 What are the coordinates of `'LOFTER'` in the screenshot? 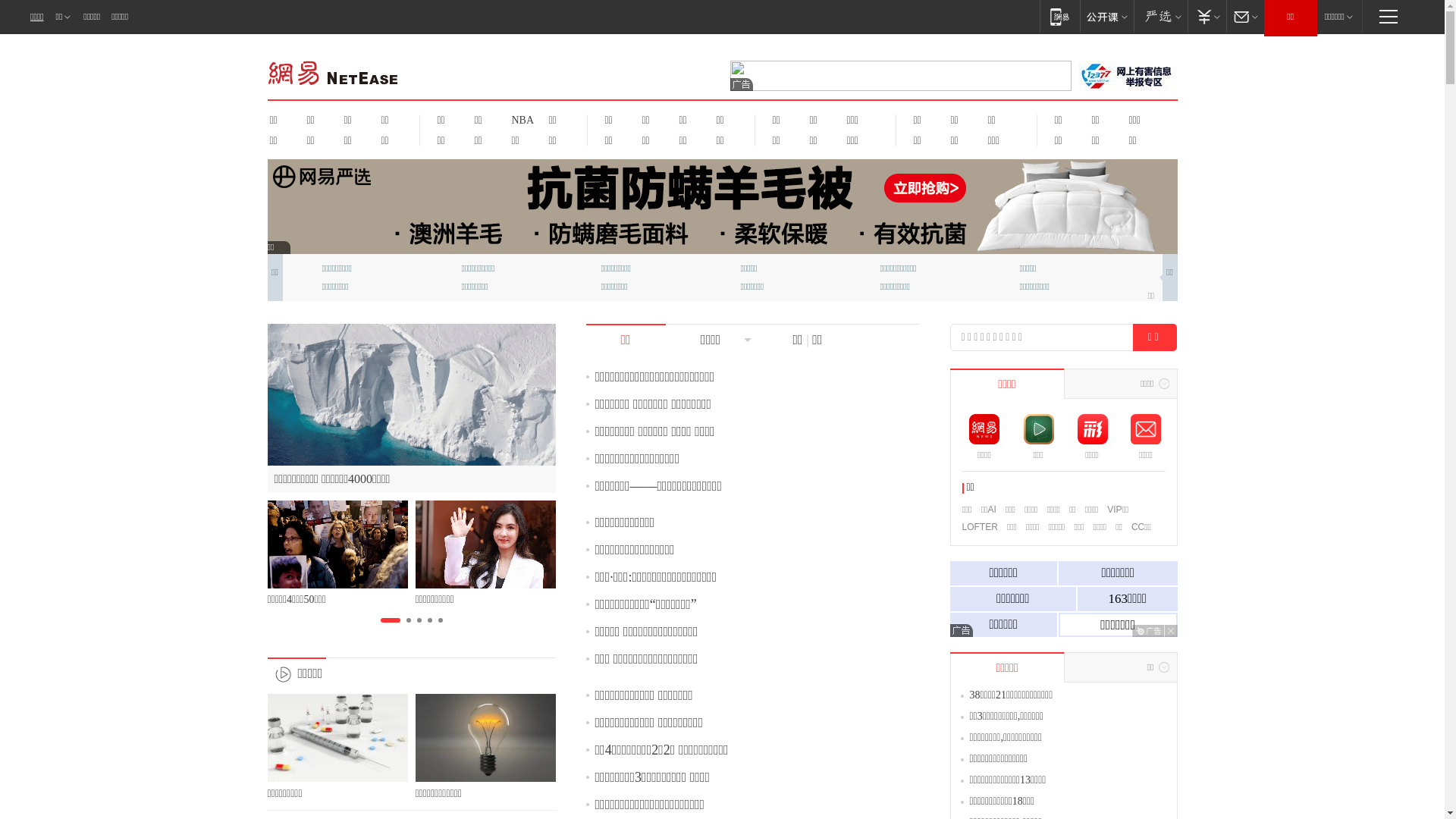 It's located at (979, 526).